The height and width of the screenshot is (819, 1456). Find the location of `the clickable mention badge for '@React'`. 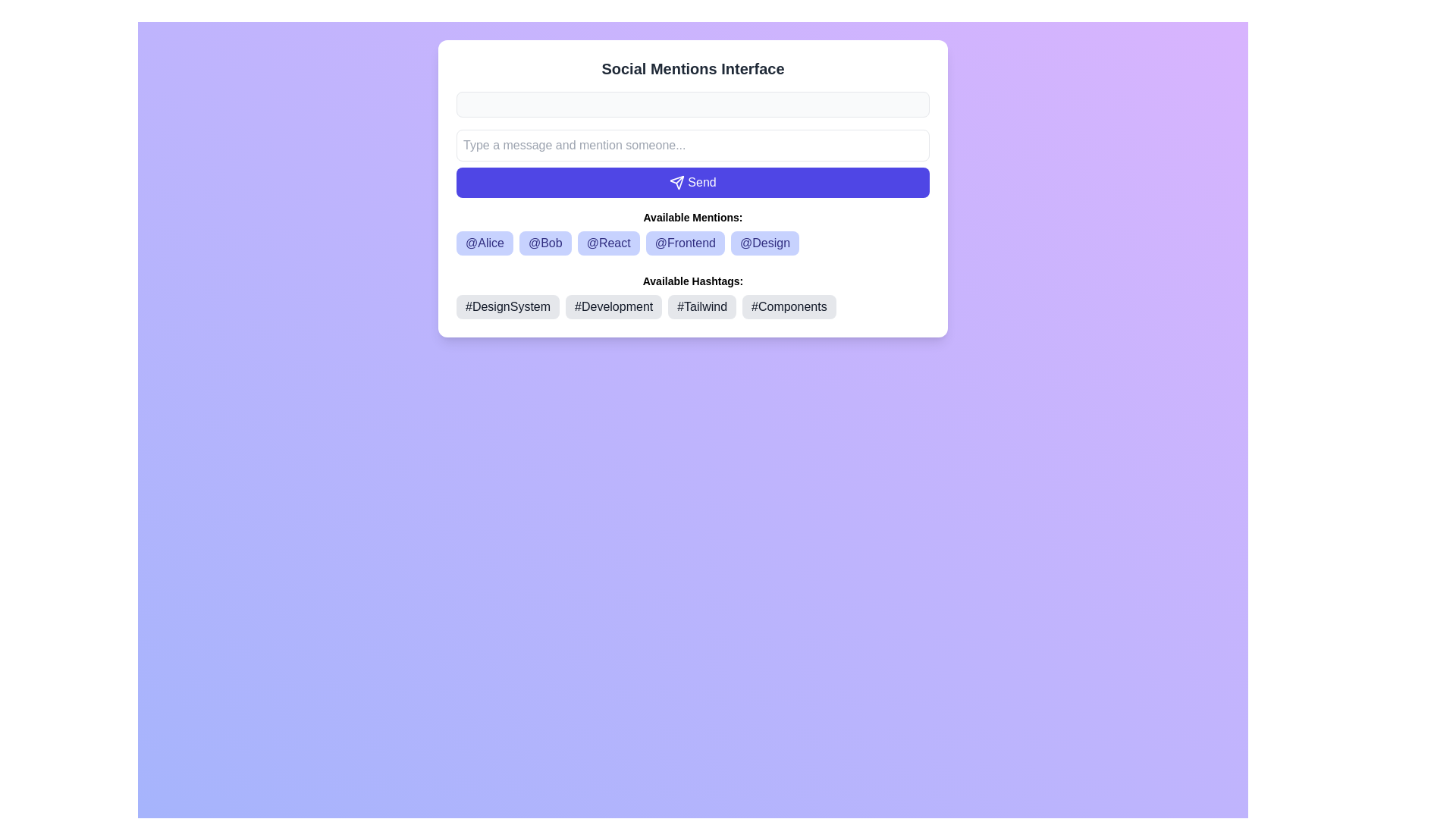

the clickable mention badge for '@React' is located at coordinates (608, 242).